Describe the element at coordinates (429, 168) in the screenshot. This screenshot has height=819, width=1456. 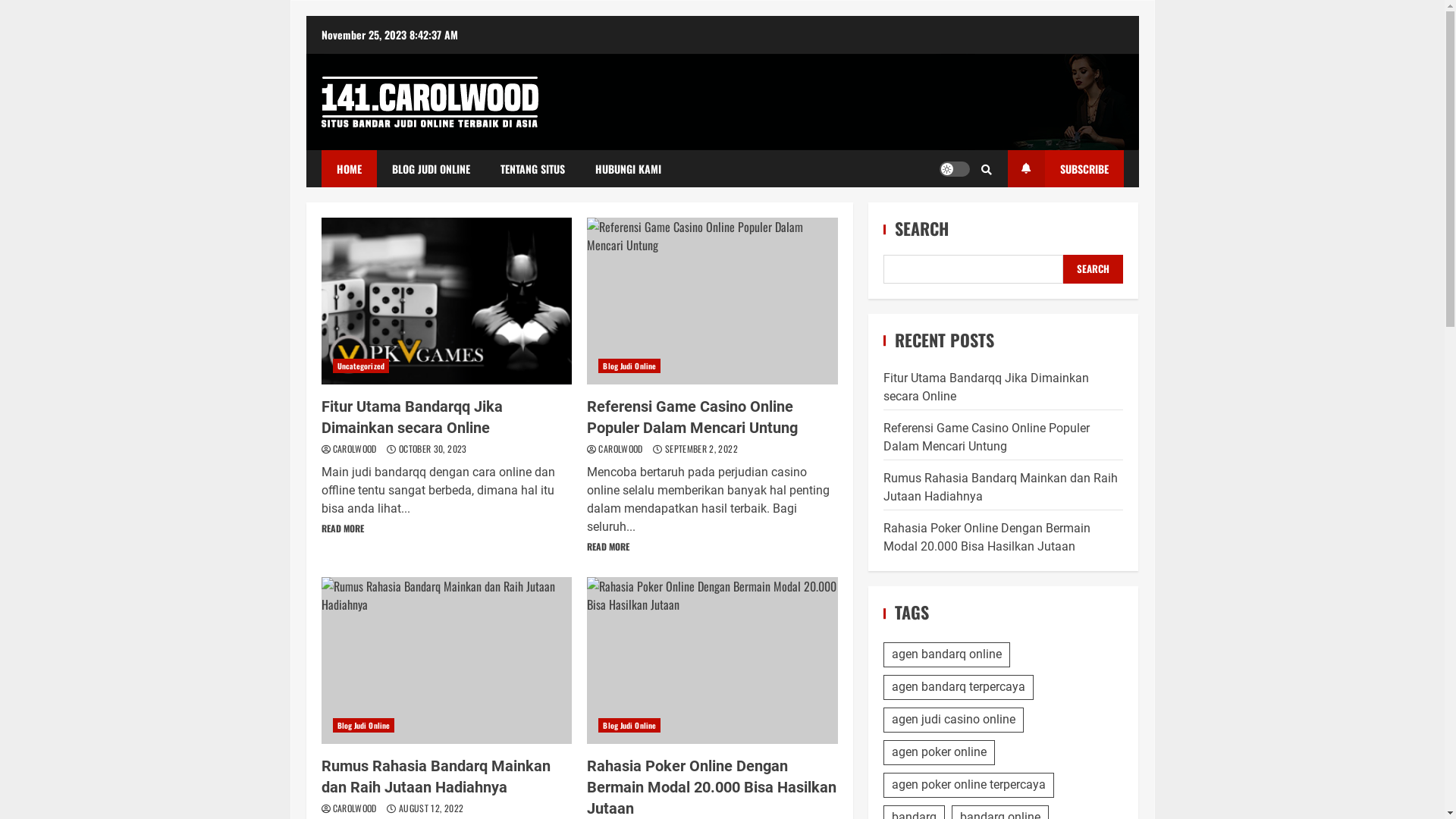
I see `'BLOG JUDI ONLINE'` at that location.